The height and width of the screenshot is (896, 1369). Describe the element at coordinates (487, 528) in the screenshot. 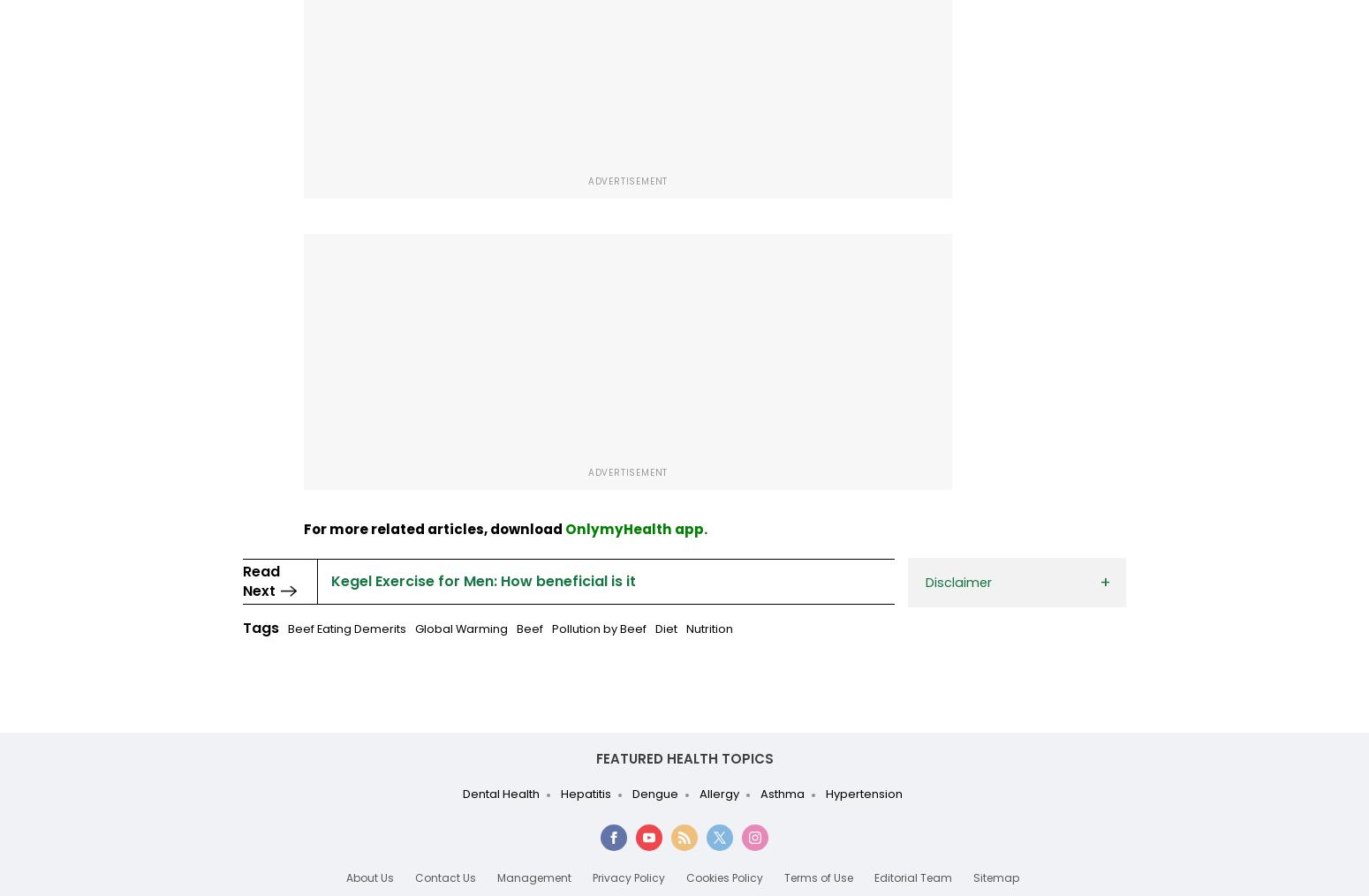

I see `'download'` at that location.